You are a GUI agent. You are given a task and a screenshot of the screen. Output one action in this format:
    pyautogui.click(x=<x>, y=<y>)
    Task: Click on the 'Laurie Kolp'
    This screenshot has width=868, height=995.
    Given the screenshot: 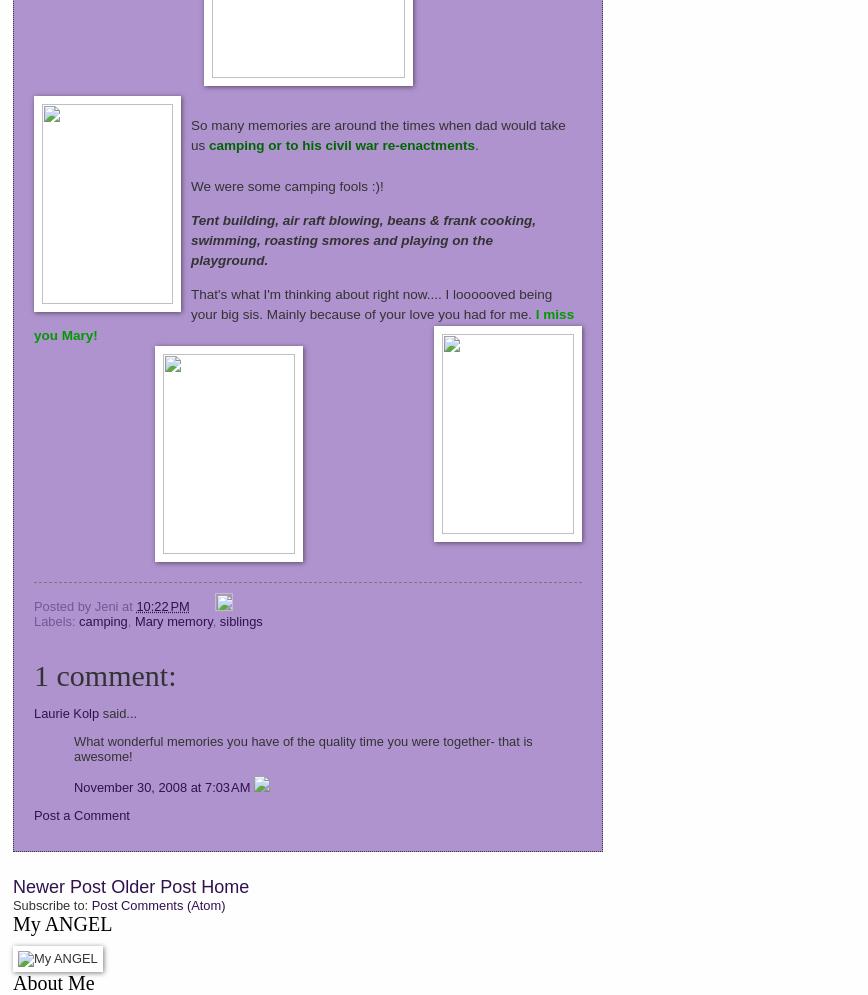 What is the action you would take?
    pyautogui.click(x=66, y=712)
    